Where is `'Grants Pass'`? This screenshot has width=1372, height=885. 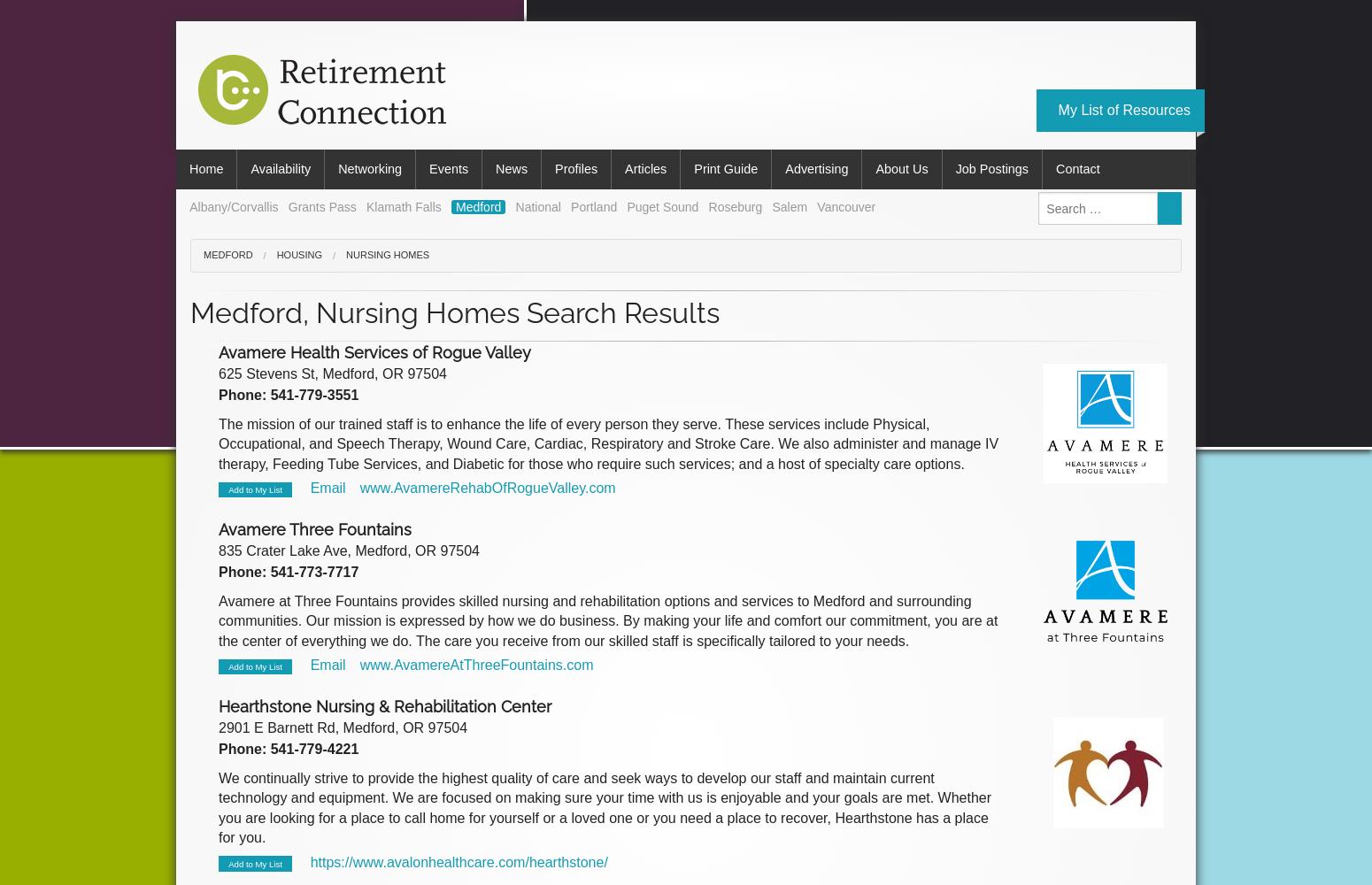 'Grants Pass' is located at coordinates (320, 205).